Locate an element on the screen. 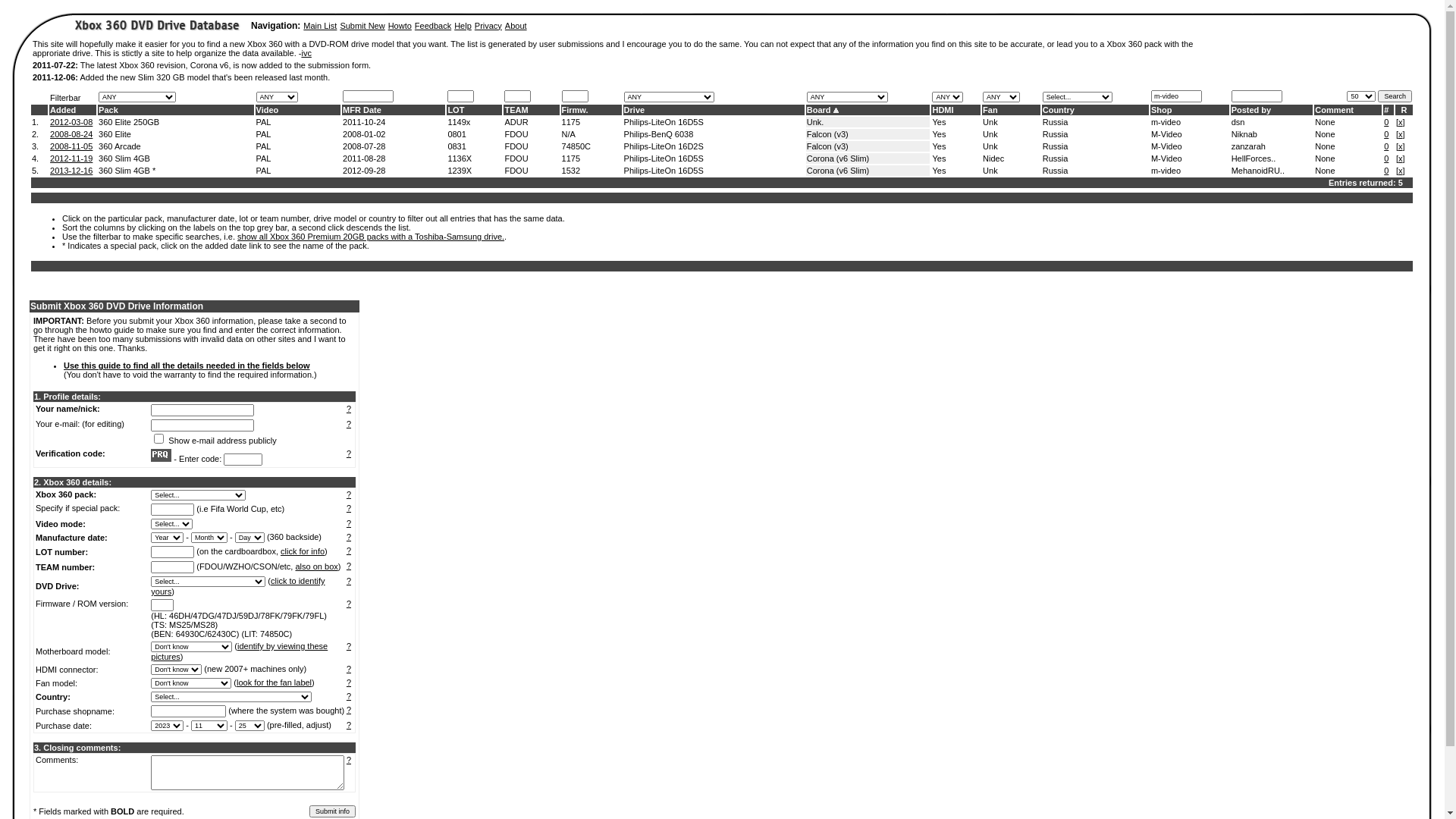  'x' is located at coordinates (1400, 158).